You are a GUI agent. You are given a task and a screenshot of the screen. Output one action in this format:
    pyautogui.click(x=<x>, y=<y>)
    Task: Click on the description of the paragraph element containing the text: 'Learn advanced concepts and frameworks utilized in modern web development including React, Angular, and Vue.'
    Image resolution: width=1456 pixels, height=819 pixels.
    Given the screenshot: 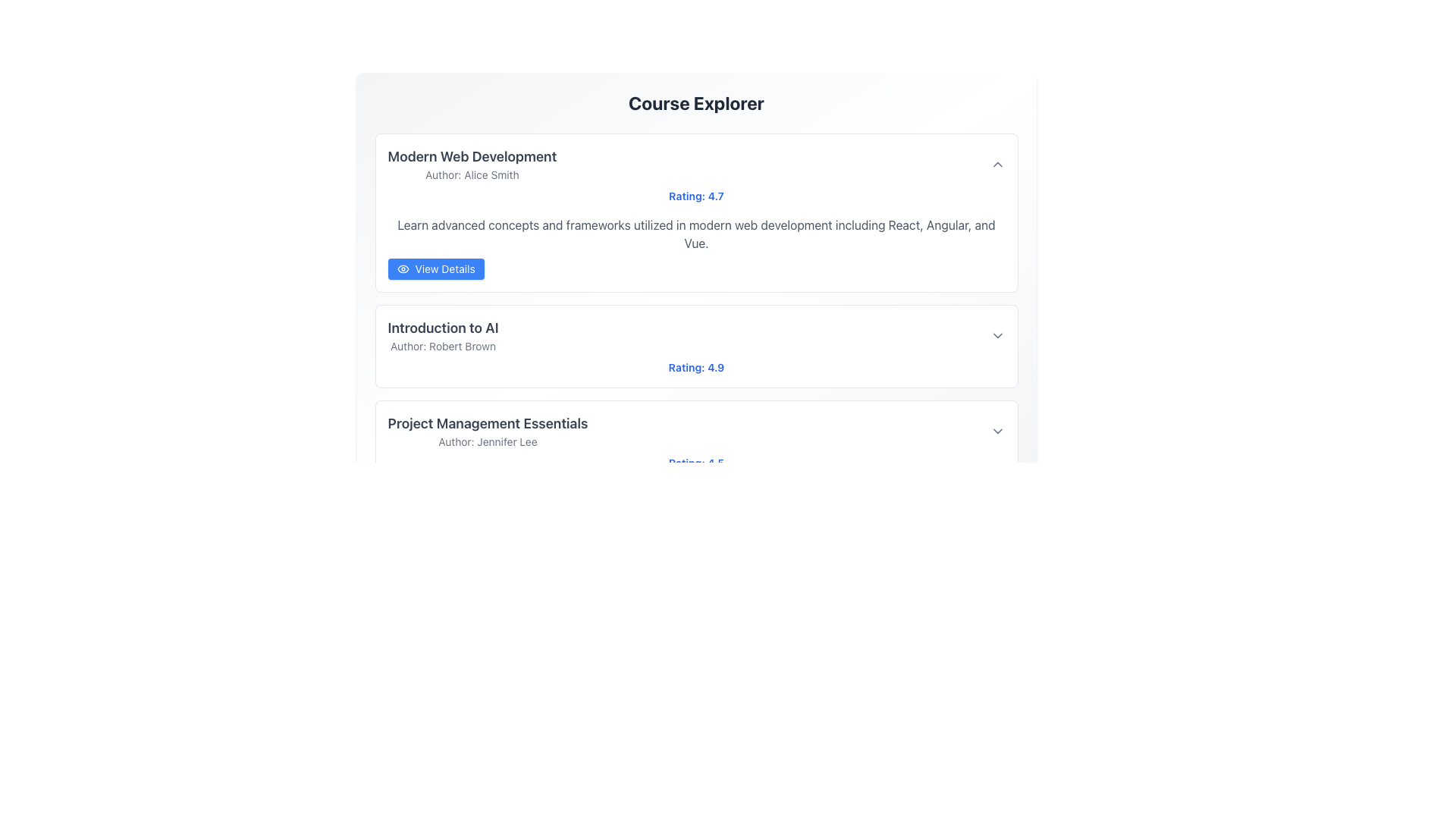 What is the action you would take?
    pyautogui.click(x=695, y=234)
    